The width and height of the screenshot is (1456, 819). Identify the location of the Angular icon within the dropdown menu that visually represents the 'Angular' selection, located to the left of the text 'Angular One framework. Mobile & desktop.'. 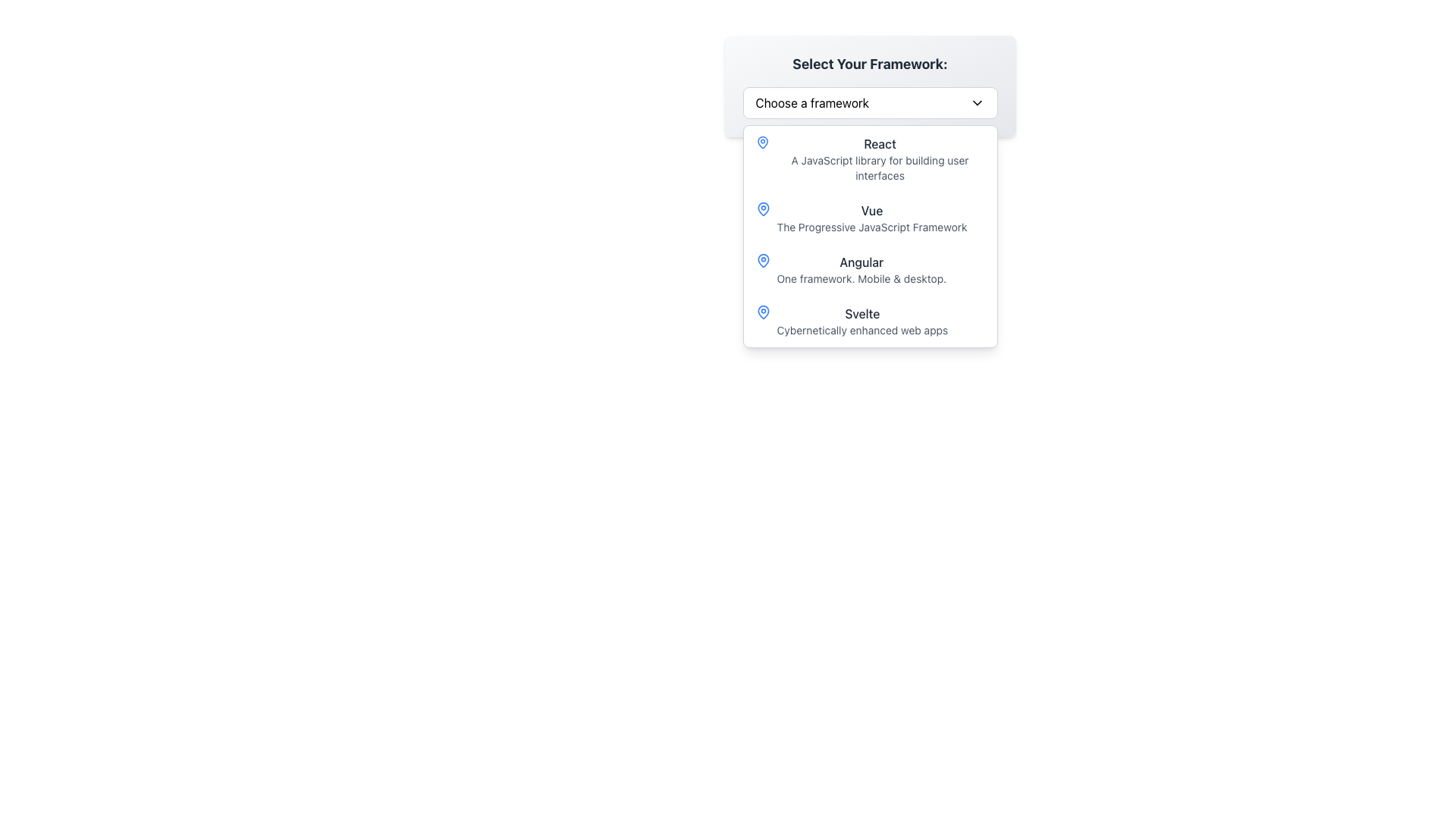
(763, 259).